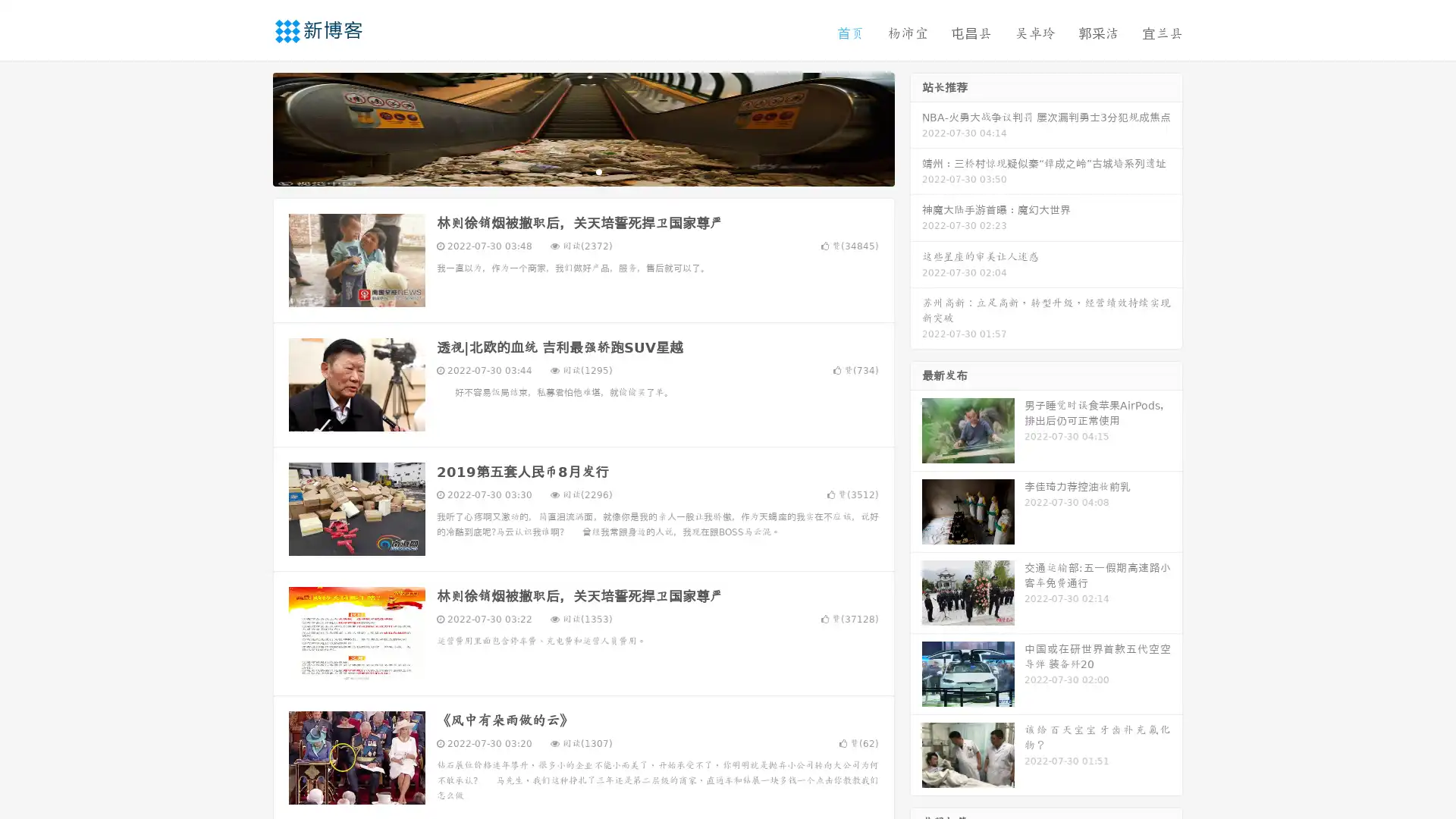 The height and width of the screenshot is (819, 1456). What do you see at coordinates (598, 171) in the screenshot?
I see `Go to slide 3` at bounding box center [598, 171].